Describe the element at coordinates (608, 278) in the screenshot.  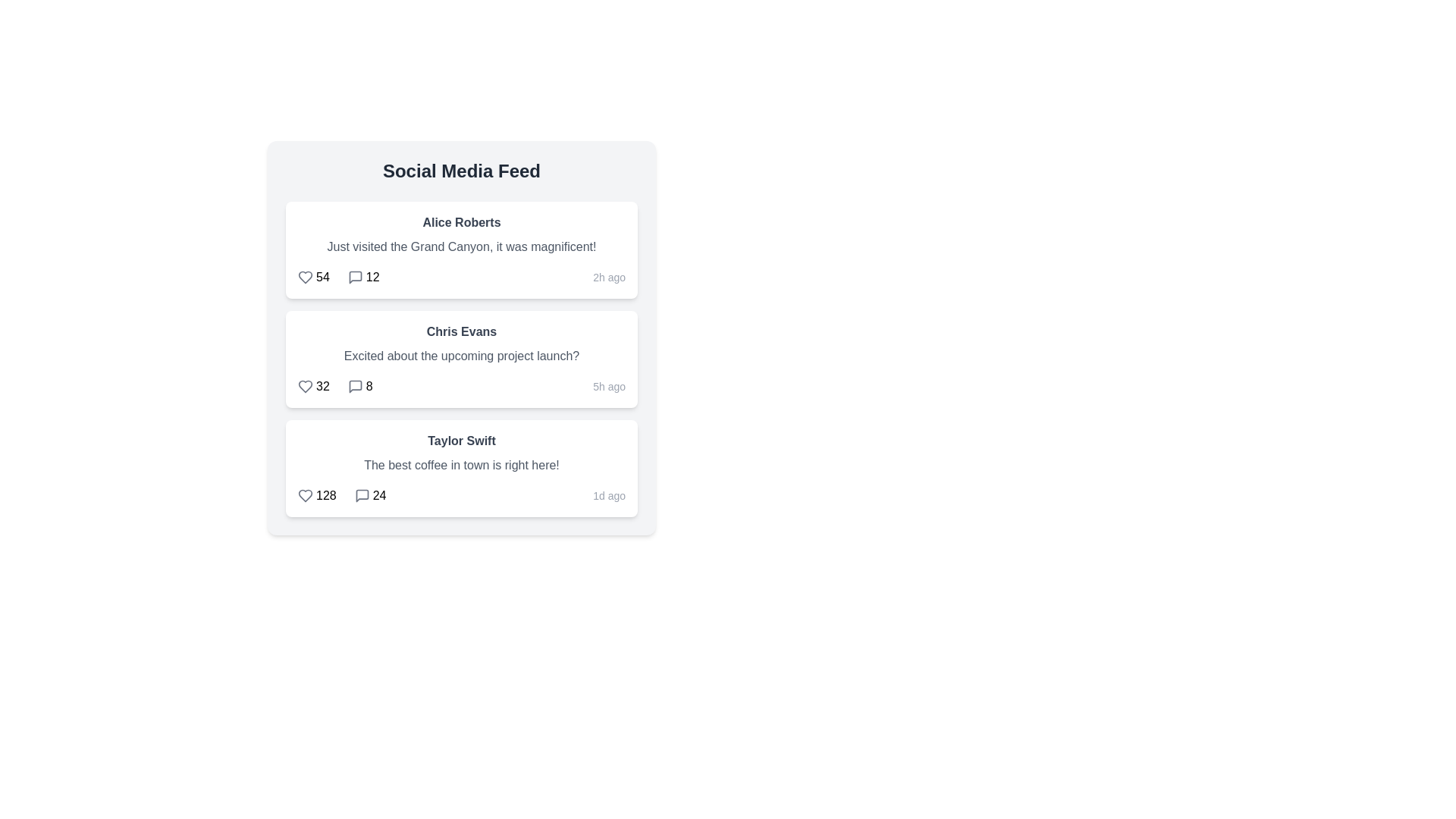
I see `the time metadata of the first post to inspect it` at that location.